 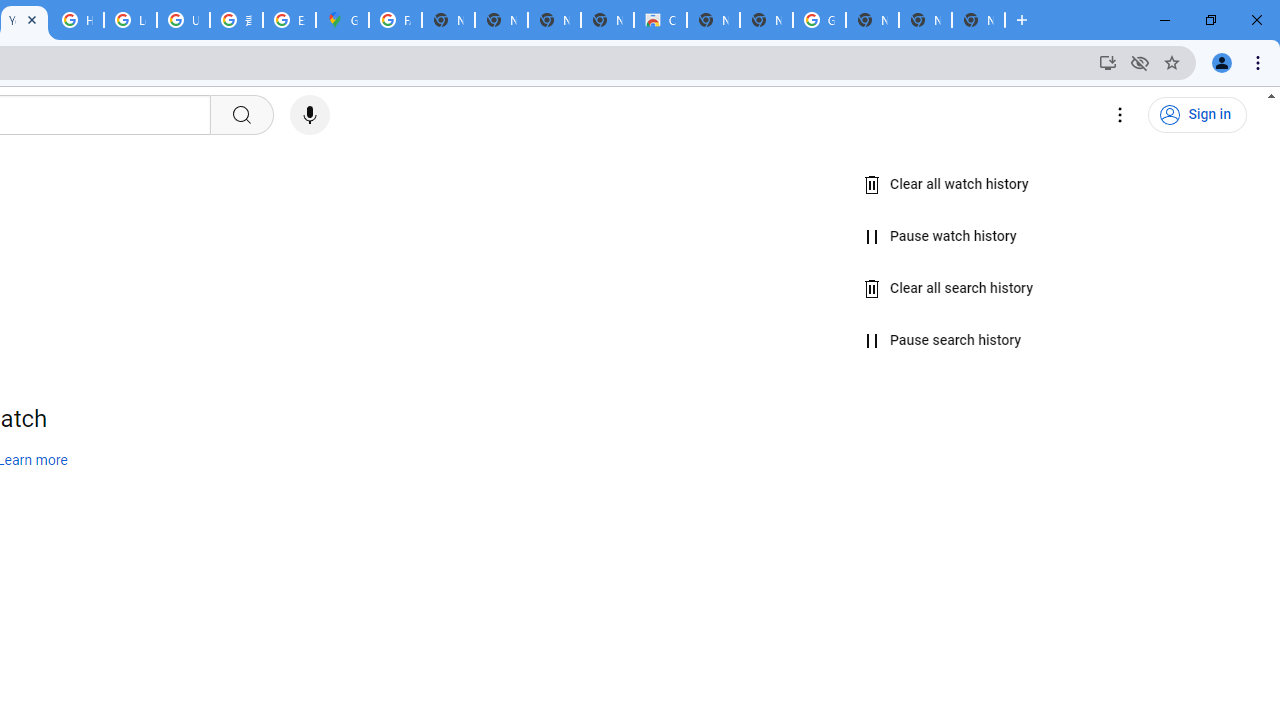 I want to click on 'Clear all search history', so click(x=948, y=288).